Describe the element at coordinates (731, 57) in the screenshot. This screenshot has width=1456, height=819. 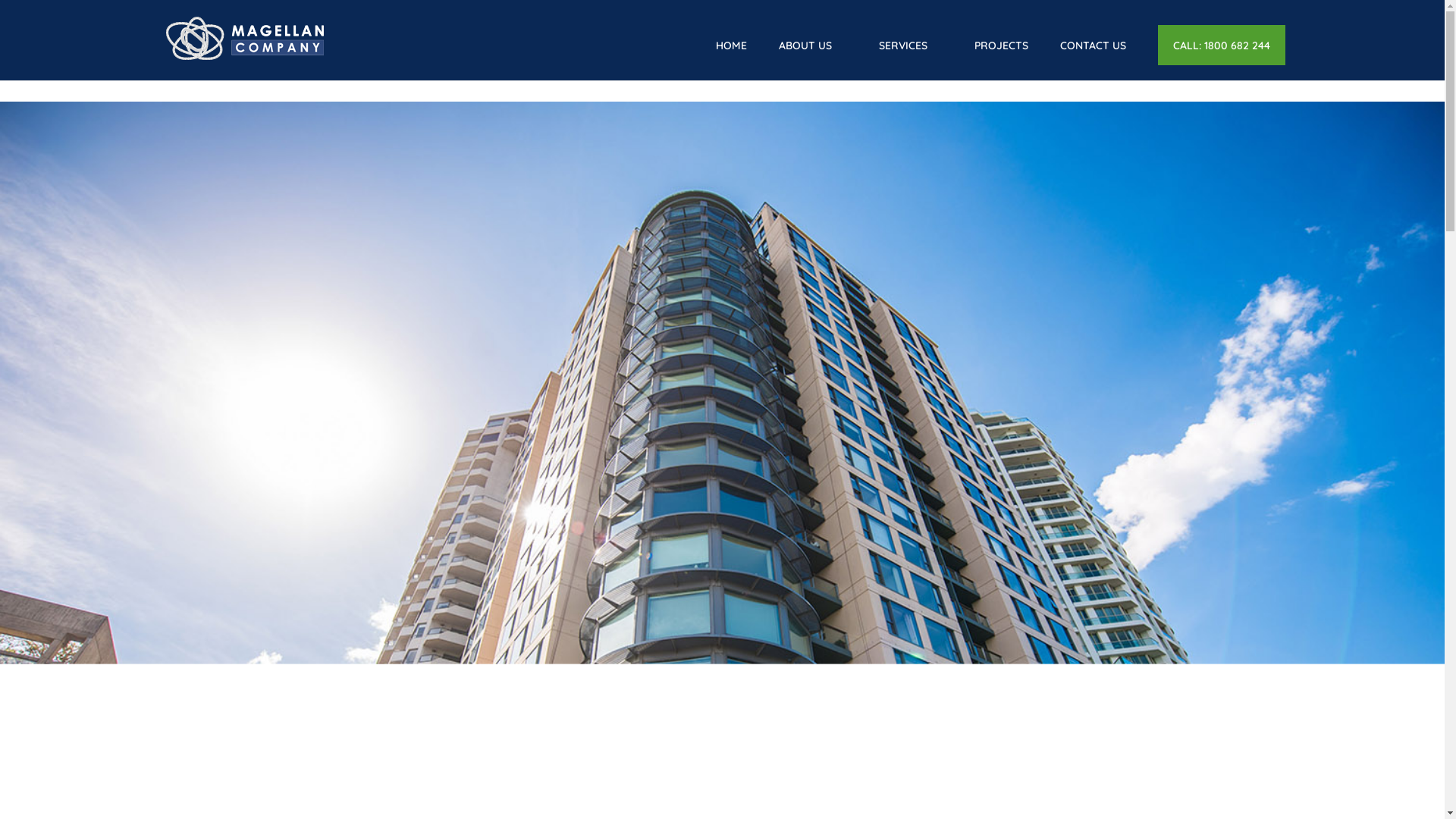
I see `'HOME'` at that location.